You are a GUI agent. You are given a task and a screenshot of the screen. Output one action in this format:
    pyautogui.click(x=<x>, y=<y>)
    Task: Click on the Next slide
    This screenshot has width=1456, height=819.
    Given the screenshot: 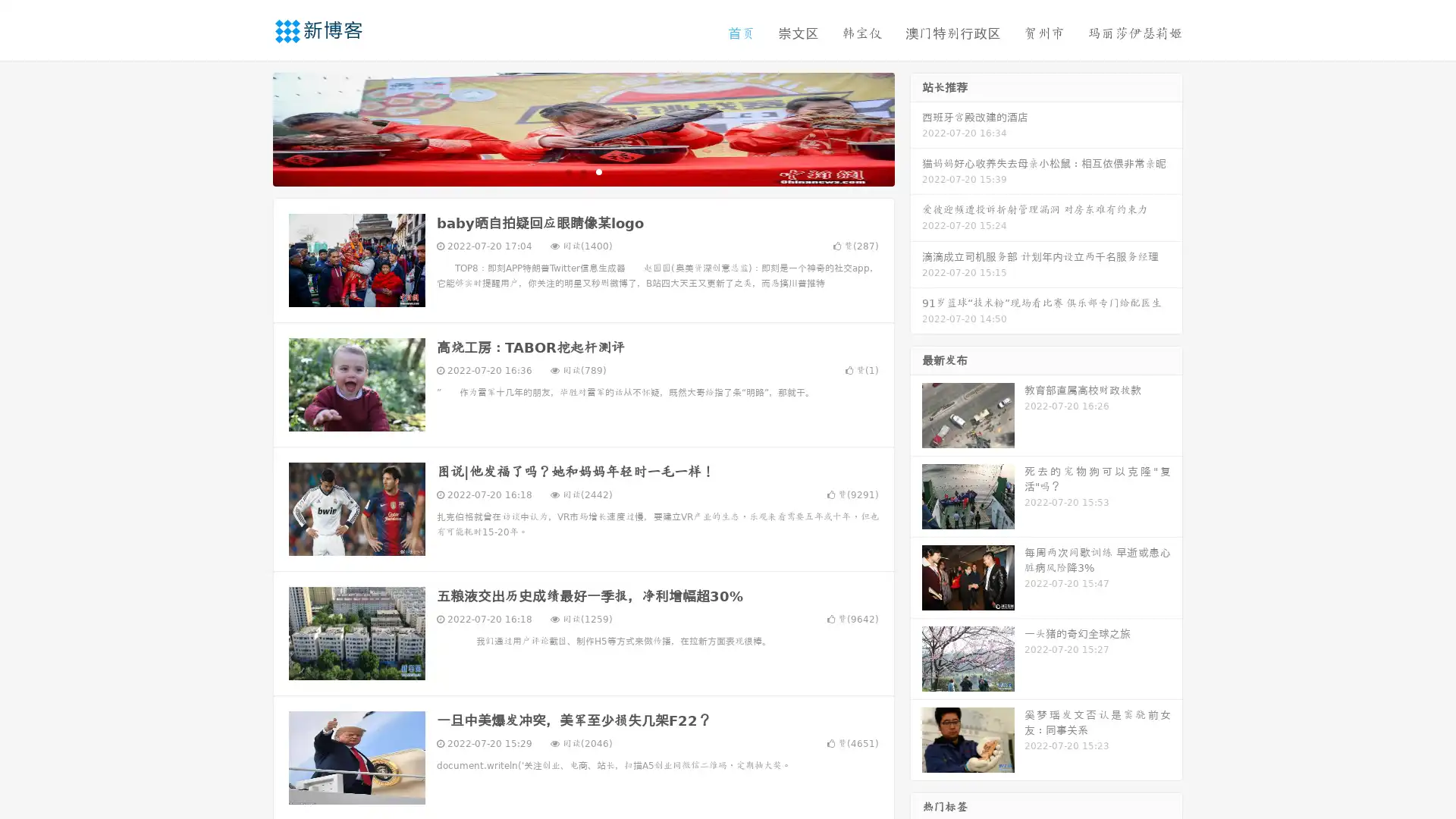 What is the action you would take?
    pyautogui.click(x=916, y=127)
    